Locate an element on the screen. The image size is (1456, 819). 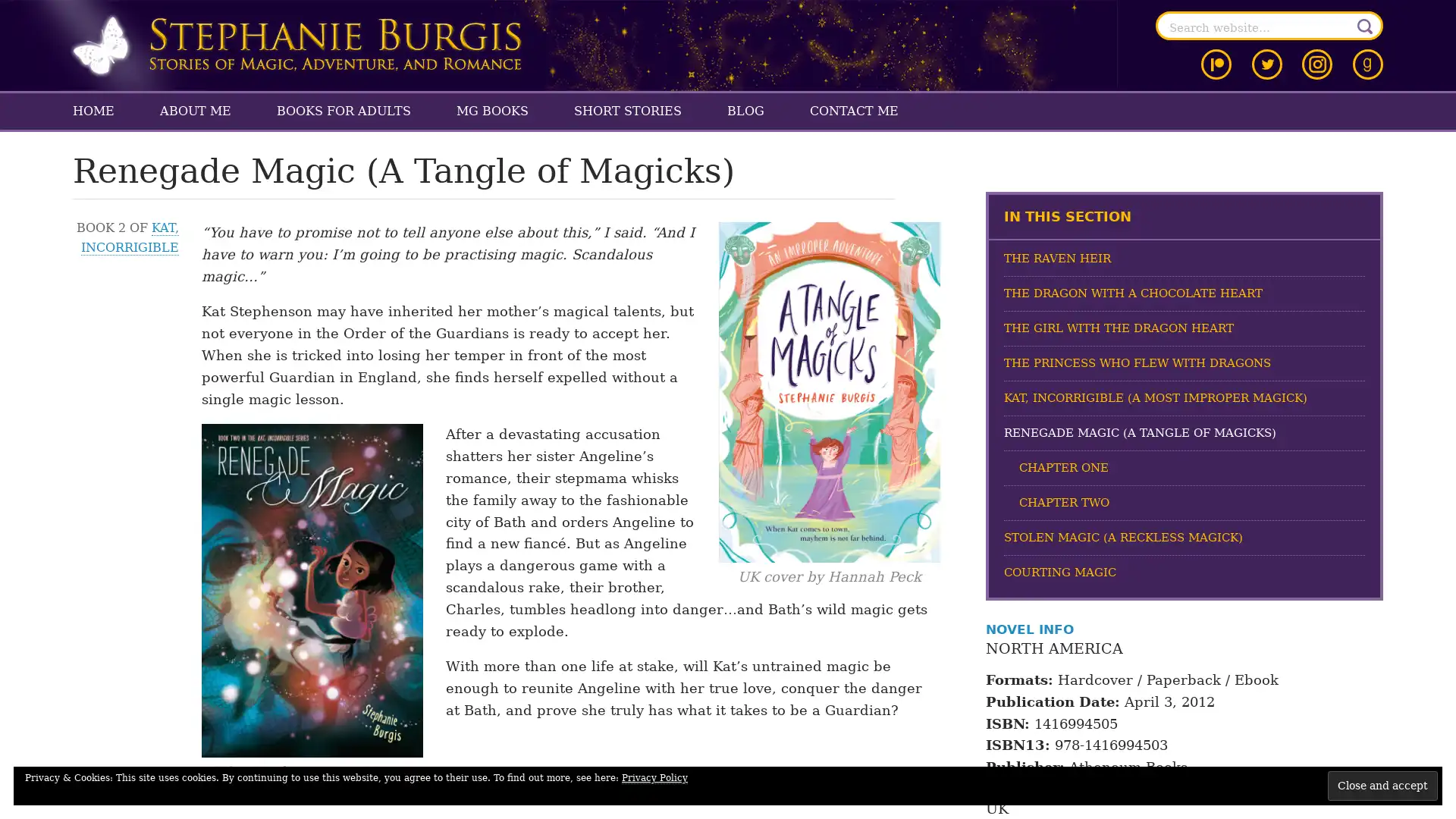
Search is located at coordinates (1365, 26).